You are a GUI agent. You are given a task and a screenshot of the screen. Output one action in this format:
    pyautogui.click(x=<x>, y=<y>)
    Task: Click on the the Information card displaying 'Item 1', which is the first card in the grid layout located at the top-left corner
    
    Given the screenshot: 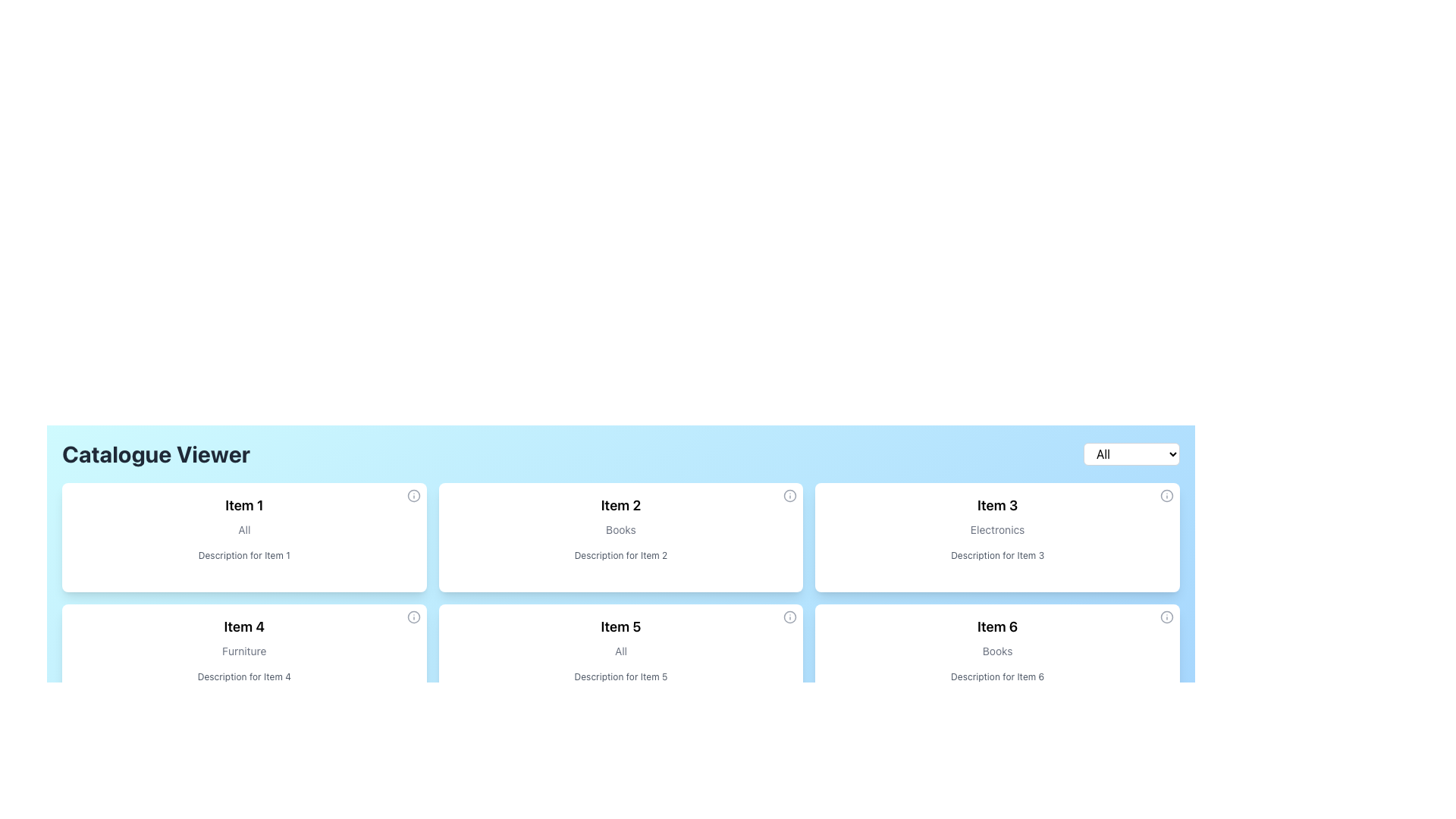 What is the action you would take?
    pyautogui.click(x=243, y=537)
    